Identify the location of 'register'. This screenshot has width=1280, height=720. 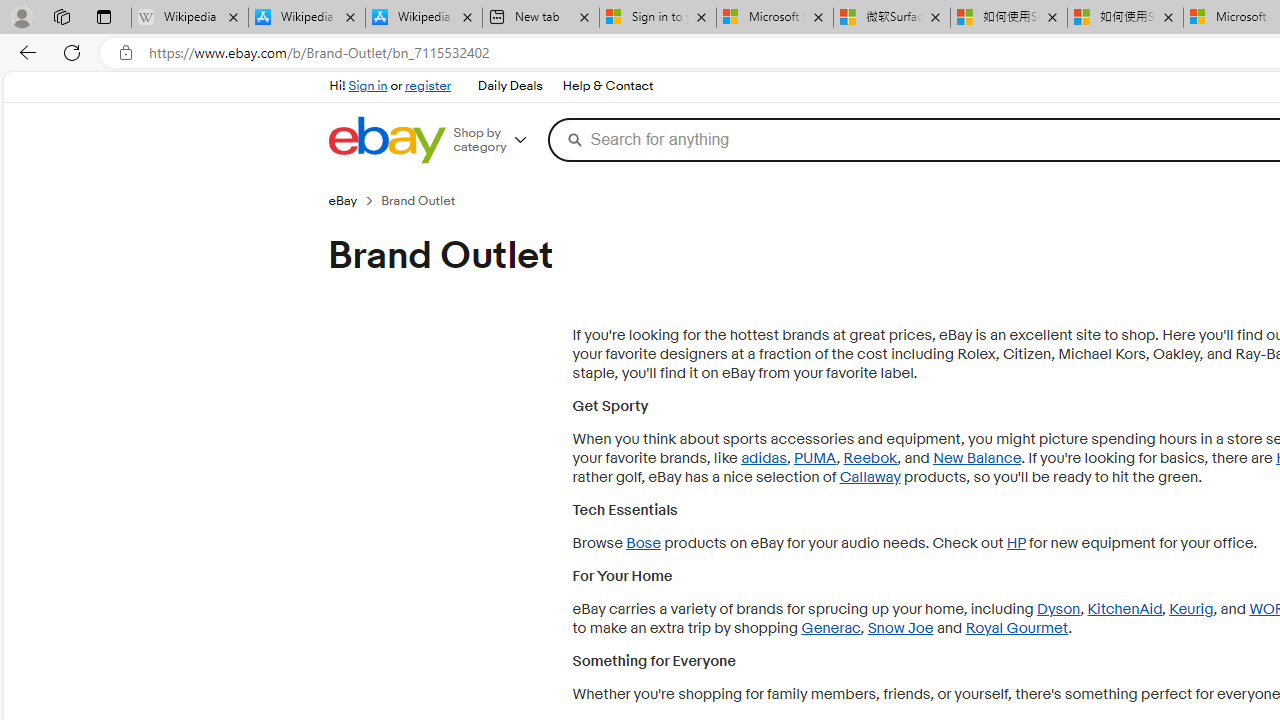
(427, 85).